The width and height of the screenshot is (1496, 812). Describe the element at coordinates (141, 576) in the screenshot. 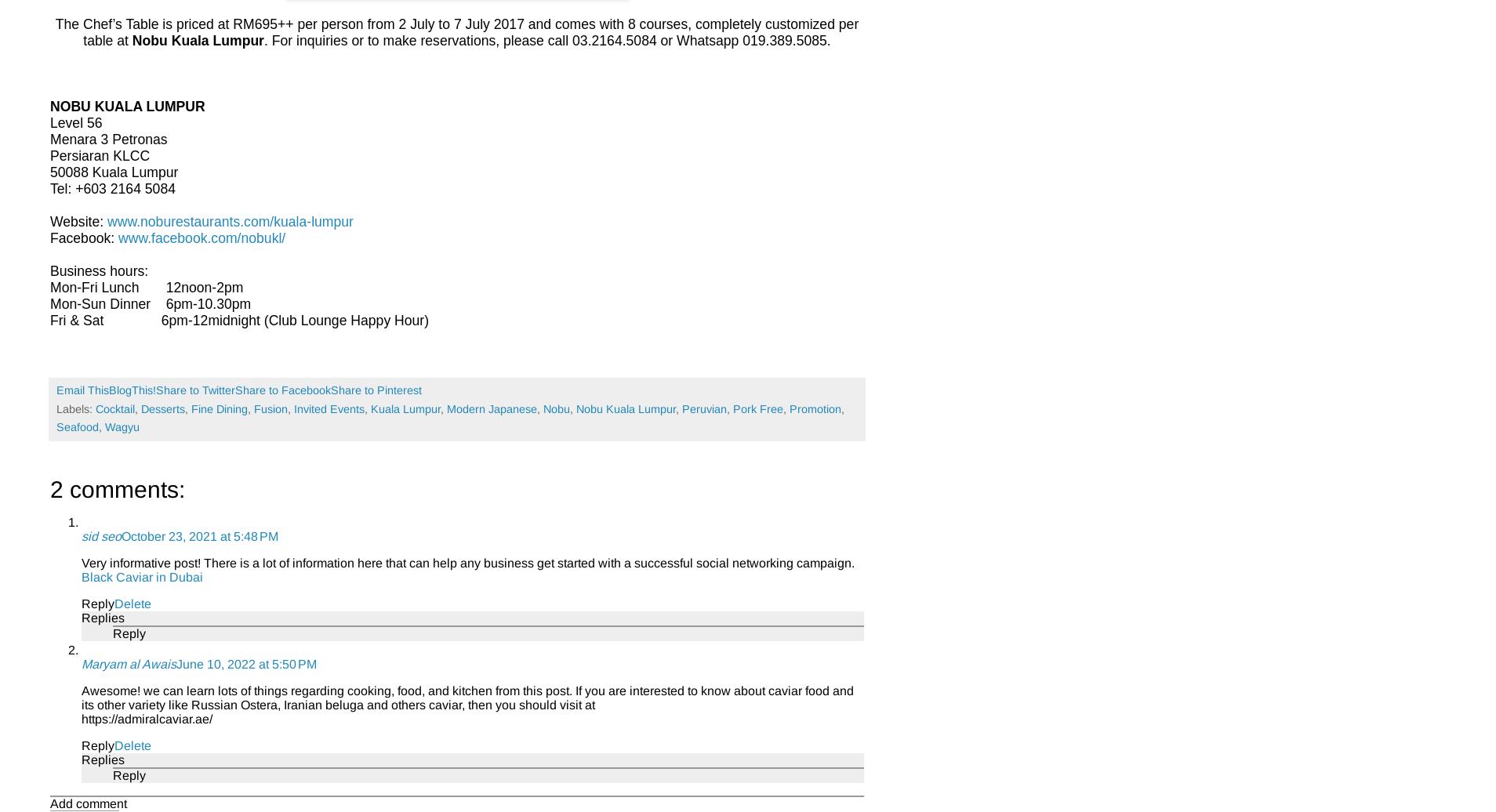

I see `'Black Caviar in Dubai'` at that location.